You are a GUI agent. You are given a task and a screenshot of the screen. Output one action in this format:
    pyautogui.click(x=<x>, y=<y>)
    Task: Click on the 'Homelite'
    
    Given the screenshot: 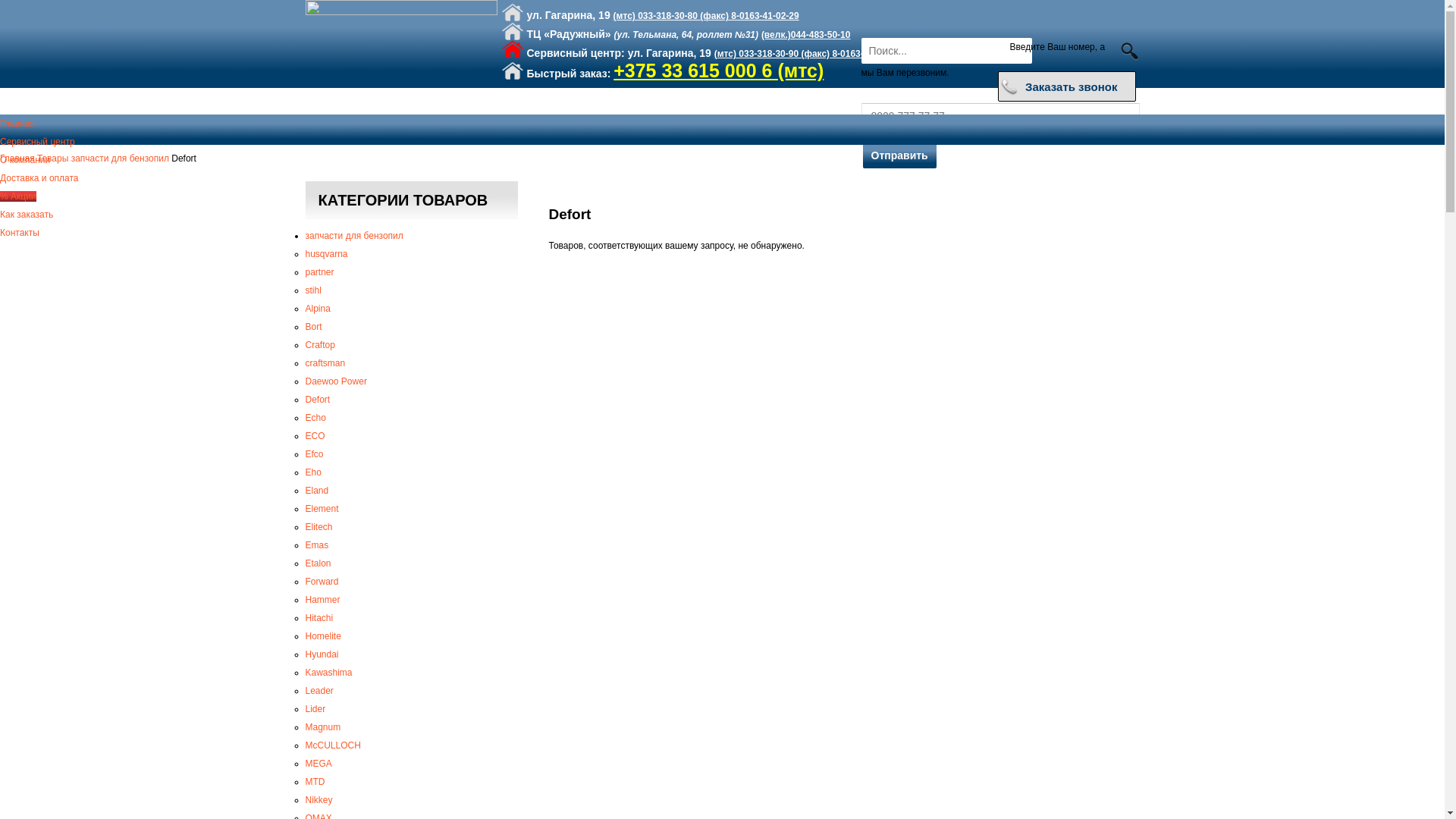 What is the action you would take?
    pyautogui.click(x=304, y=636)
    